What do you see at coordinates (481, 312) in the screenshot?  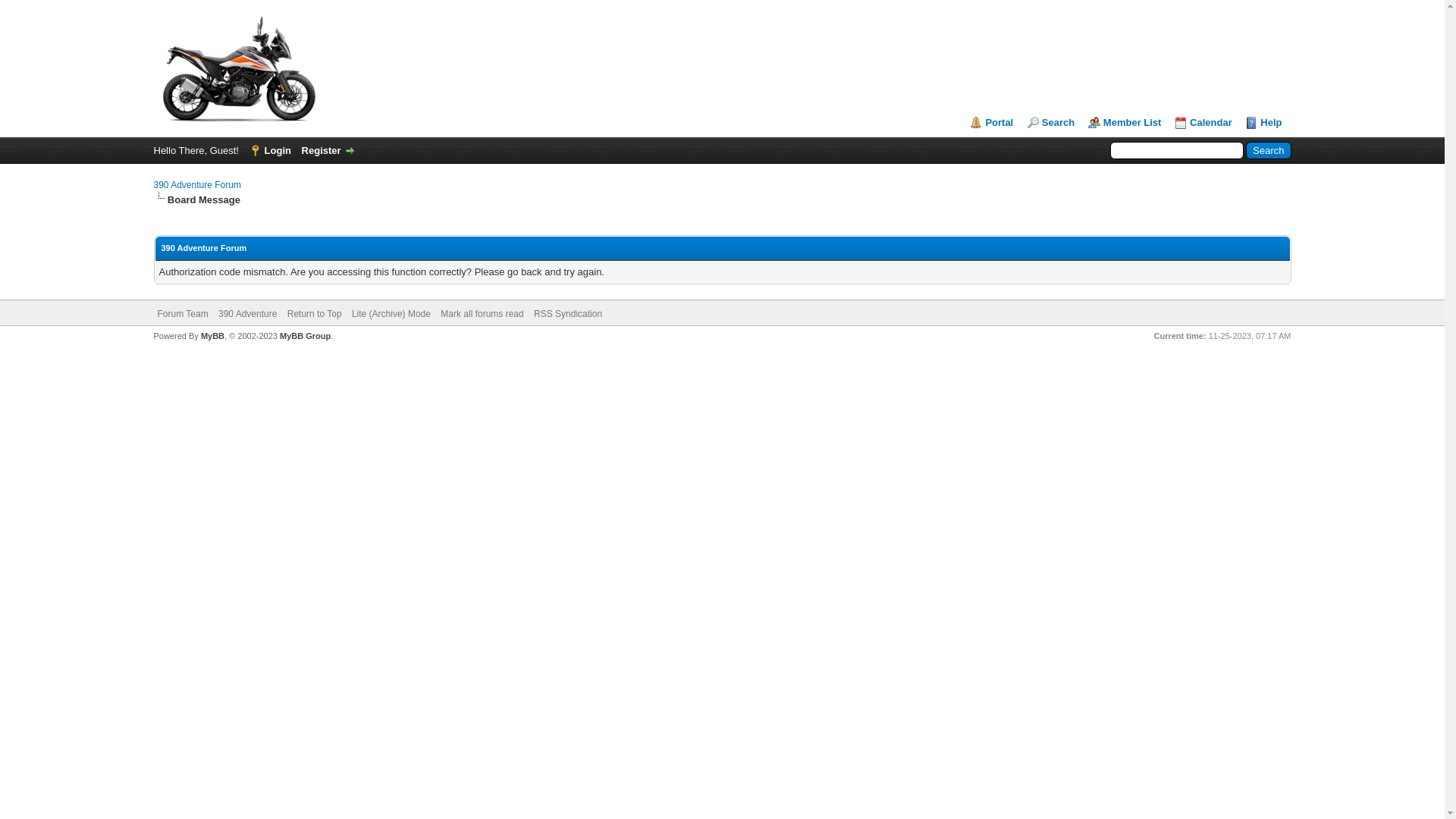 I see `'Mark all forums read'` at bounding box center [481, 312].